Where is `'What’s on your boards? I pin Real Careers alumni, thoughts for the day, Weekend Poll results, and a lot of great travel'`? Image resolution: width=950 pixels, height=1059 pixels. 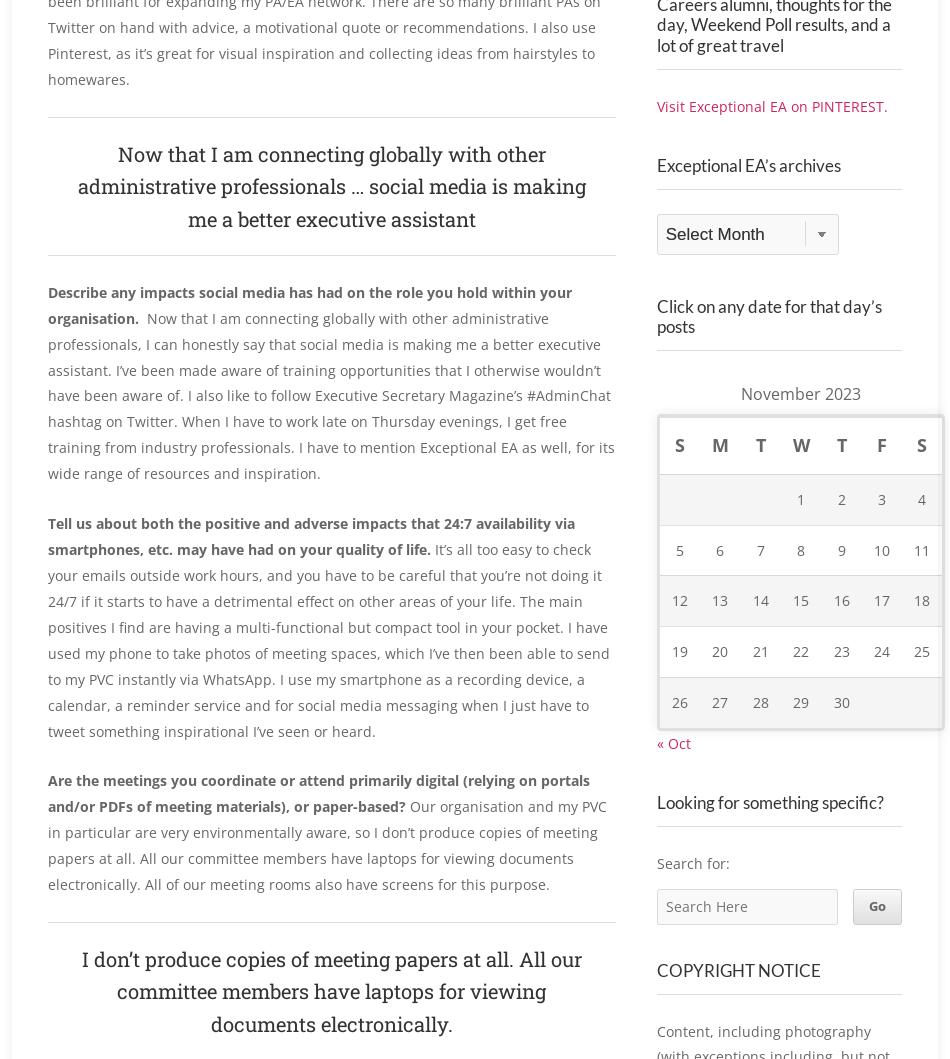
'What’s on your boards? I pin Real Careers alumni, thoughts for the day, Weekend Poll results, and a lot of great travel' is located at coordinates (775, 58).